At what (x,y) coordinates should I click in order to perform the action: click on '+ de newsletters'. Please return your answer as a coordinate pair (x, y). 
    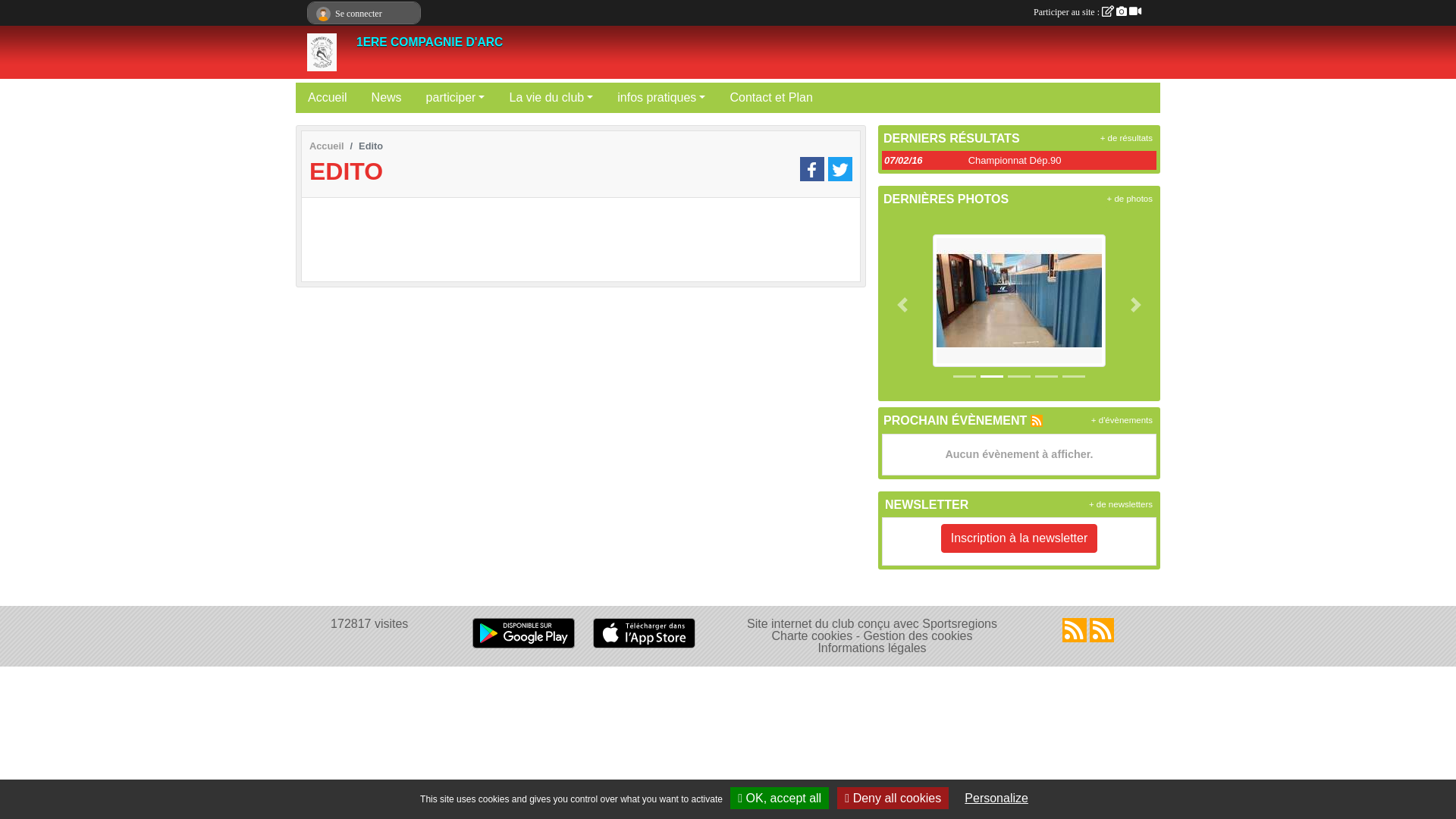
    Looking at the image, I should click on (1121, 504).